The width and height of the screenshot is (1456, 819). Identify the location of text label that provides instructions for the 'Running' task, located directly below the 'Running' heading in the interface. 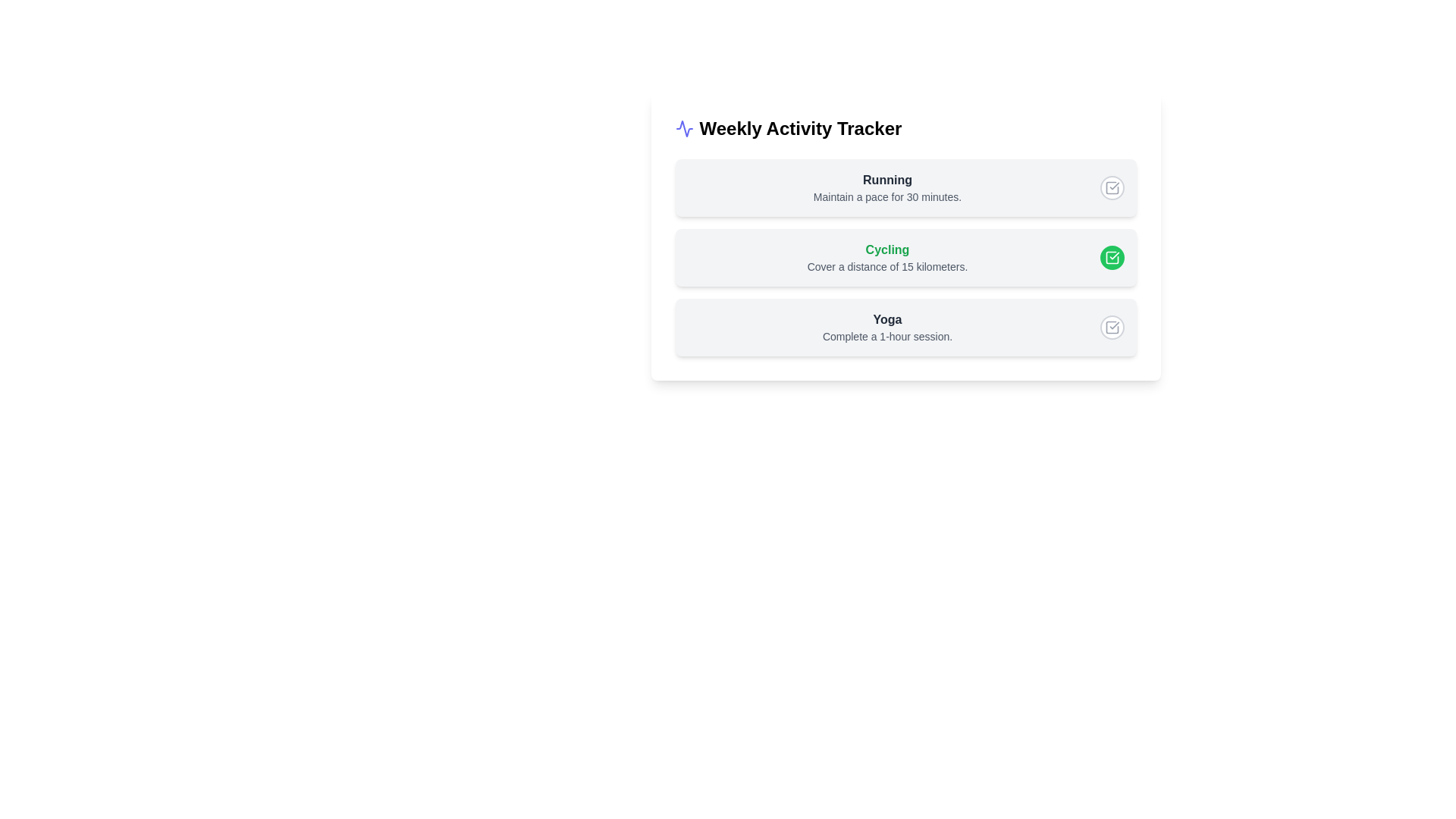
(887, 196).